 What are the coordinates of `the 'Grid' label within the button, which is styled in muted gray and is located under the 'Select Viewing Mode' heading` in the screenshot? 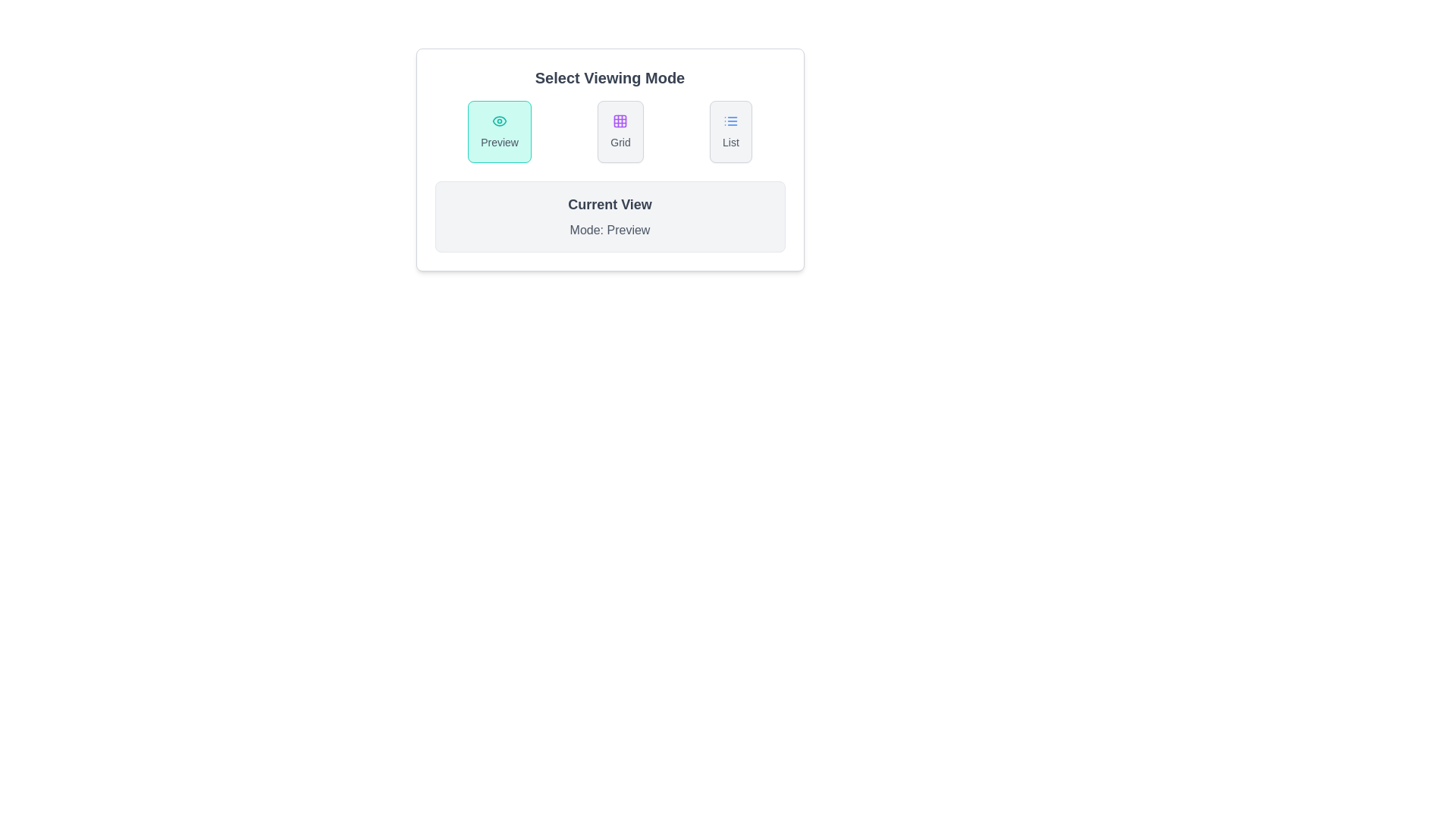 It's located at (620, 143).